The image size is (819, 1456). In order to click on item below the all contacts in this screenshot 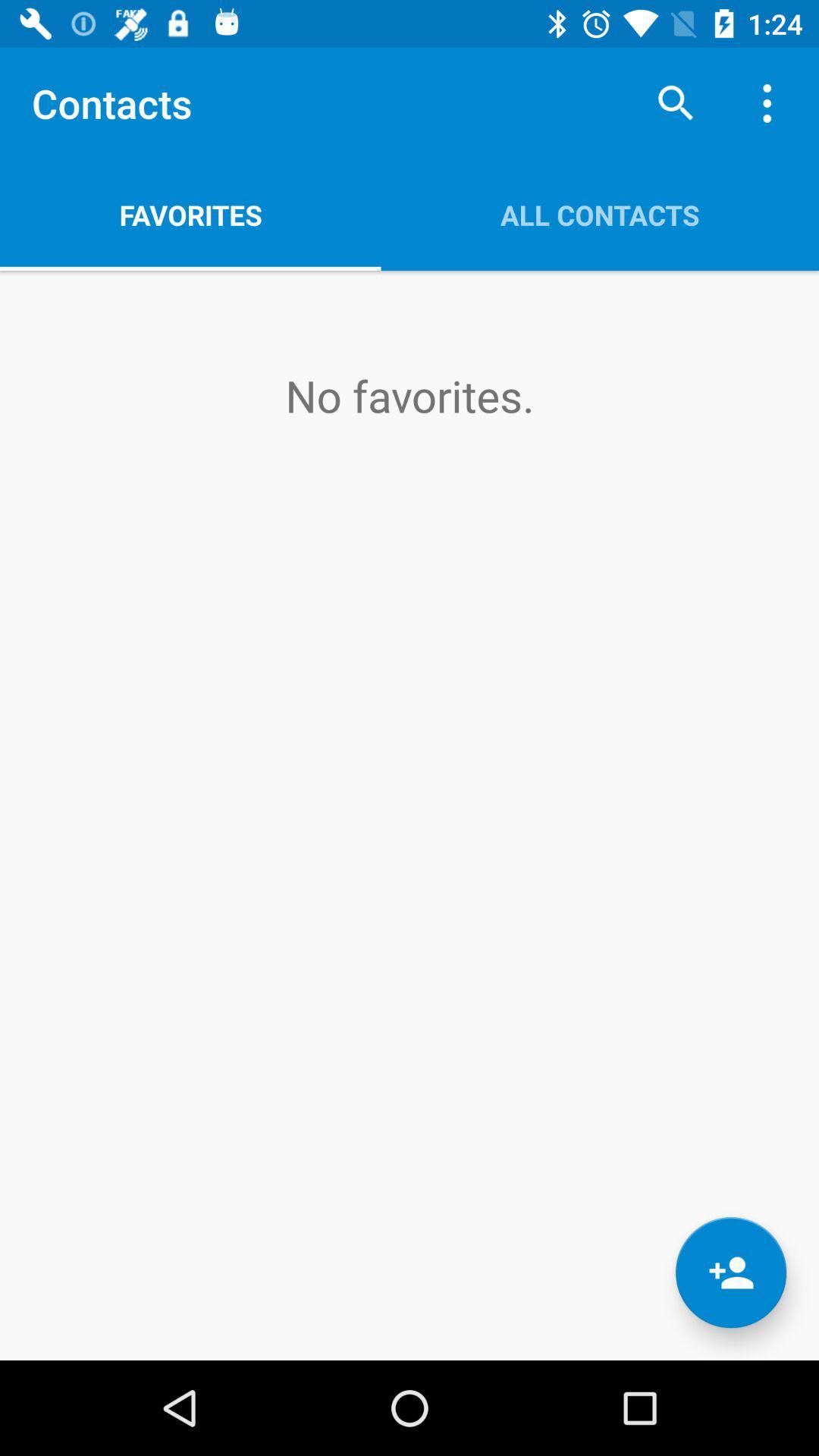, I will do `click(730, 1272)`.